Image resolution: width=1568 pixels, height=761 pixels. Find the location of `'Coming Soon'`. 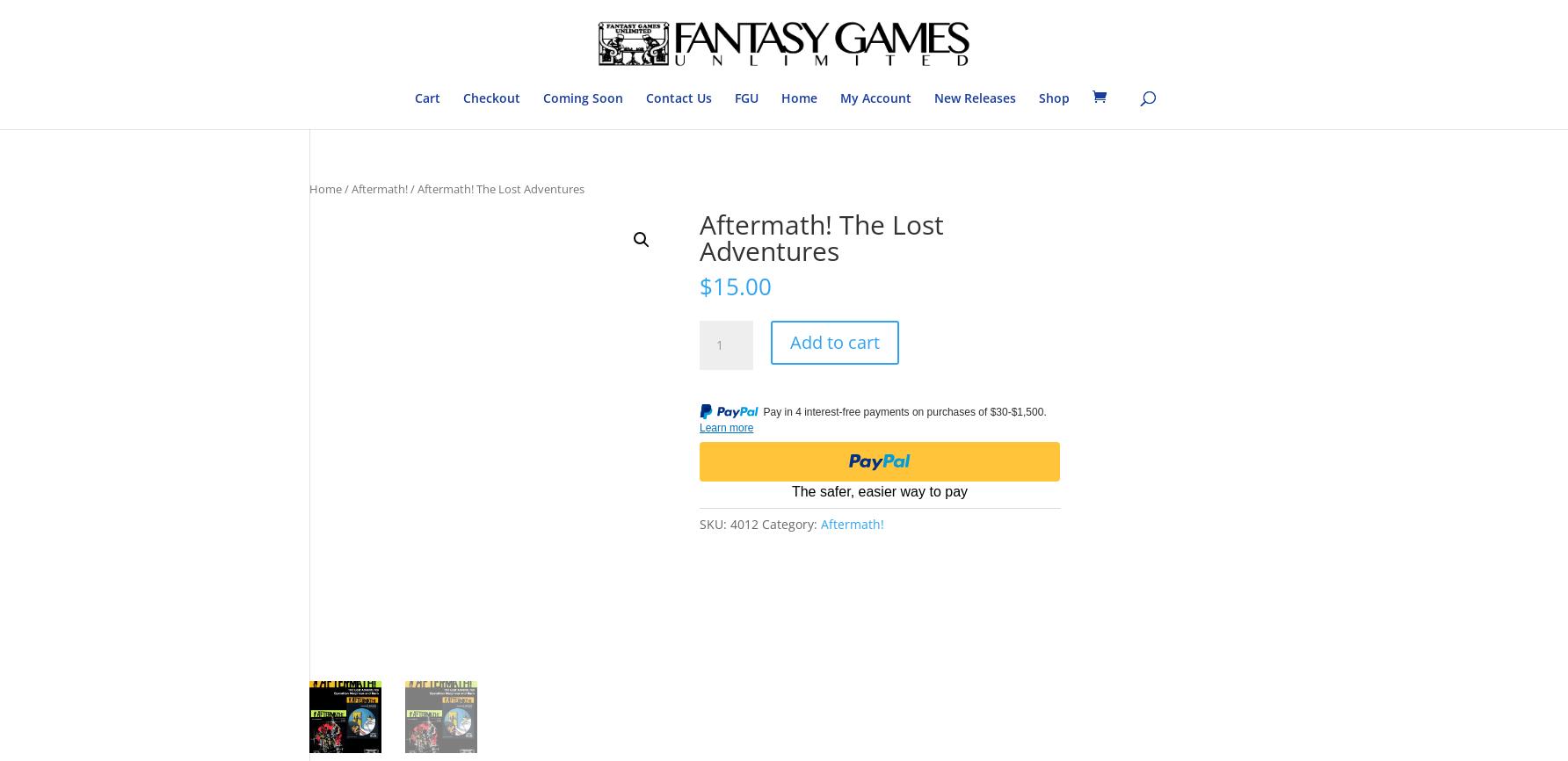

'Coming Soon' is located at coordinates (581, 98).